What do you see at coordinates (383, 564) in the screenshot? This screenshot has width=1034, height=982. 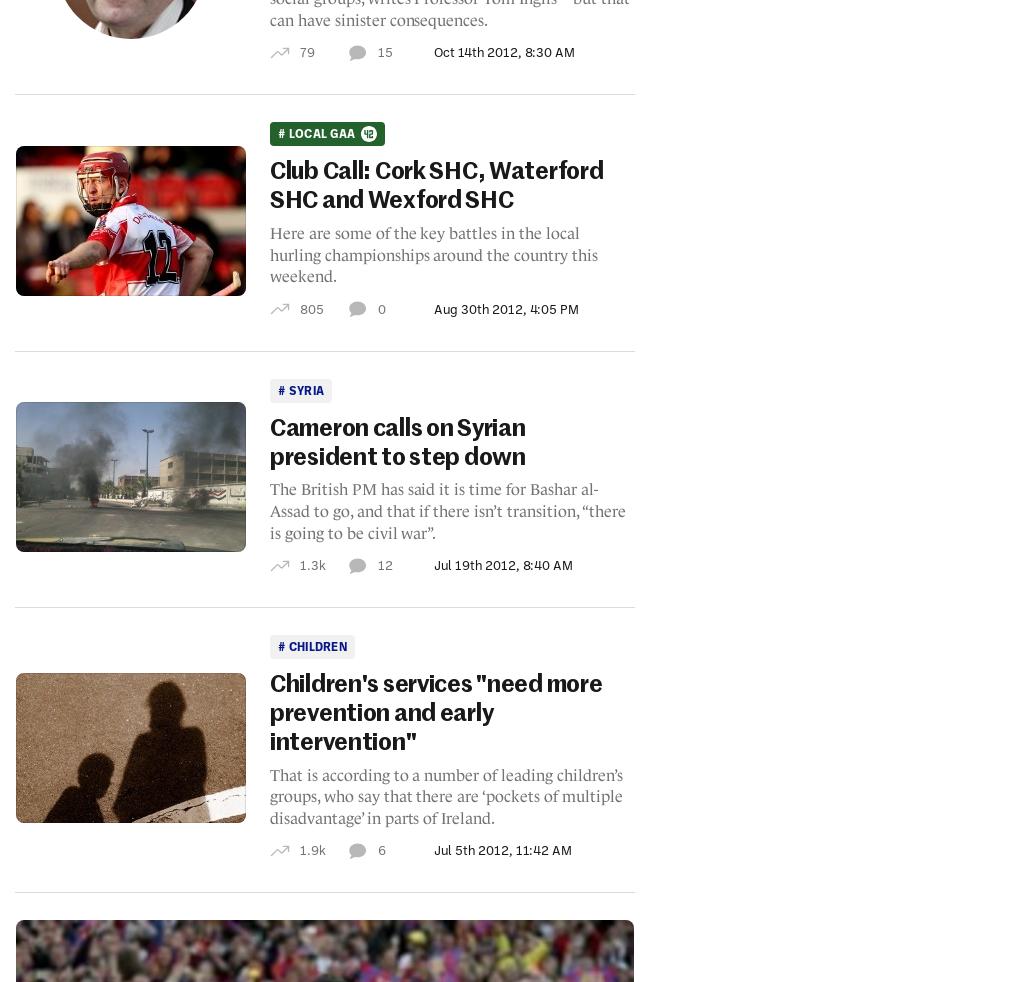 I see `'12'` at bounding box center [383, 564].